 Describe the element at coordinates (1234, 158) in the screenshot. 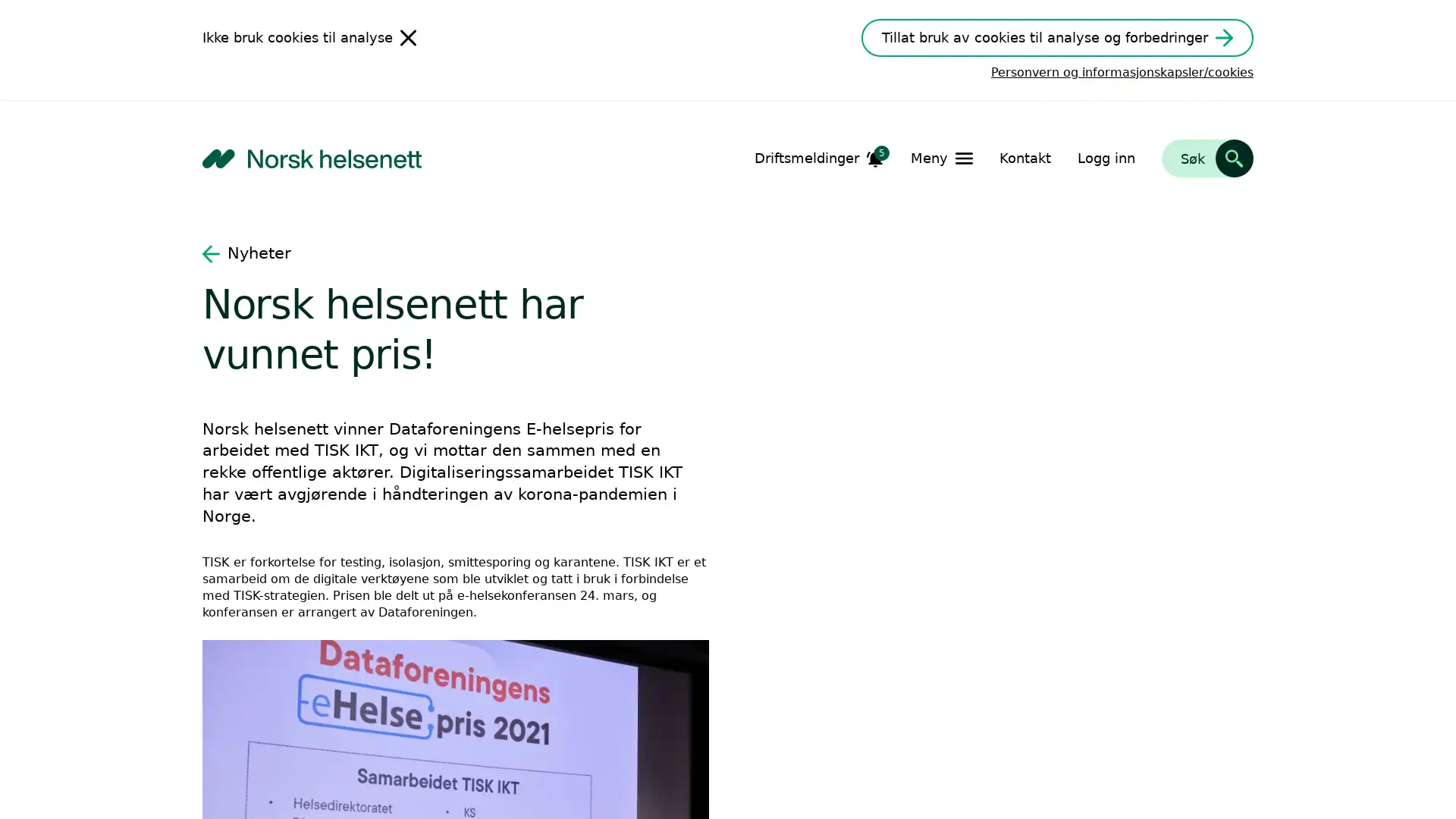

I see `Sk` at that location.